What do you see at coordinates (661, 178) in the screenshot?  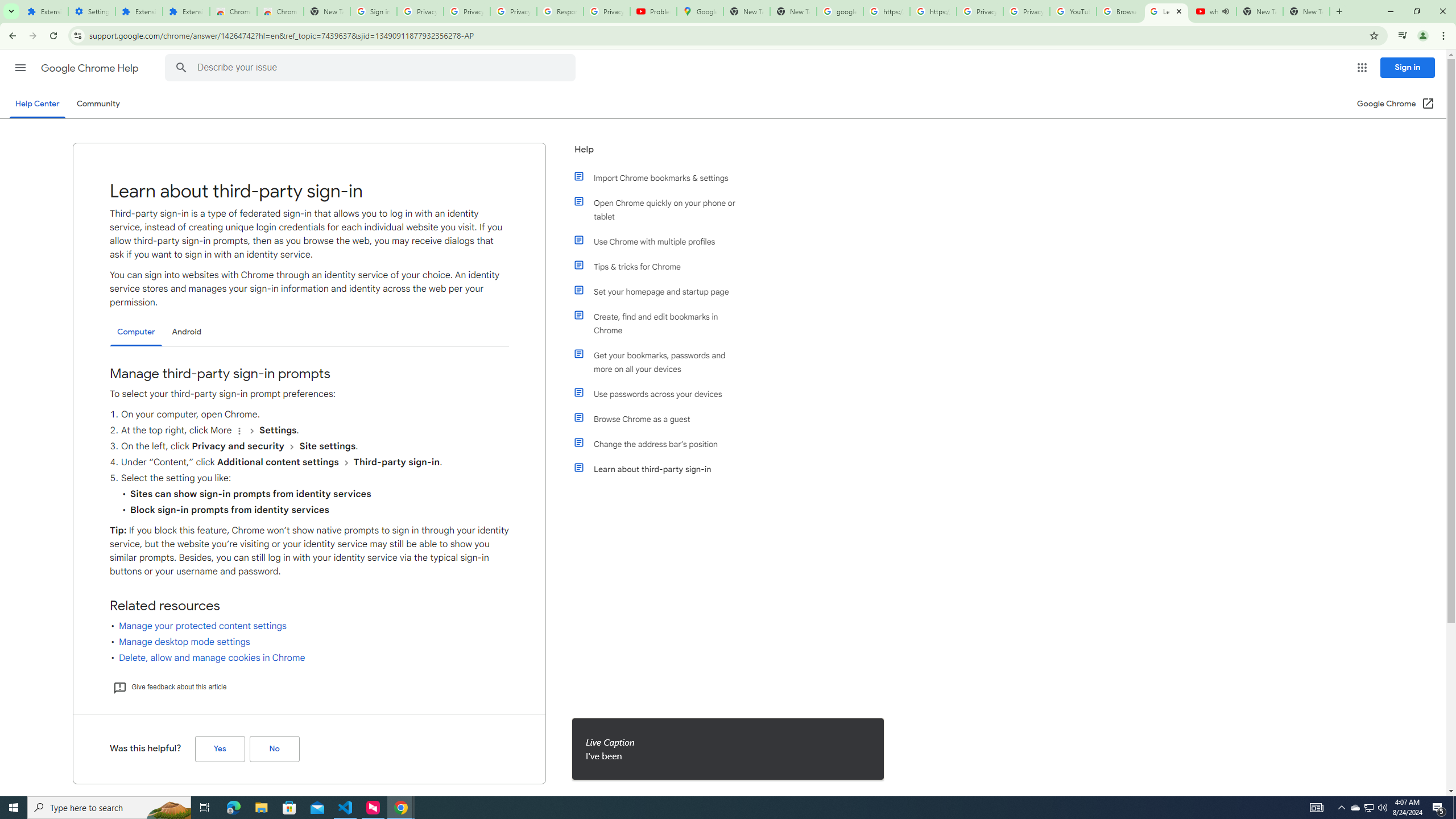 I see `'Import Chrome bookmarks & settings'` at bounding box center [661, 178].